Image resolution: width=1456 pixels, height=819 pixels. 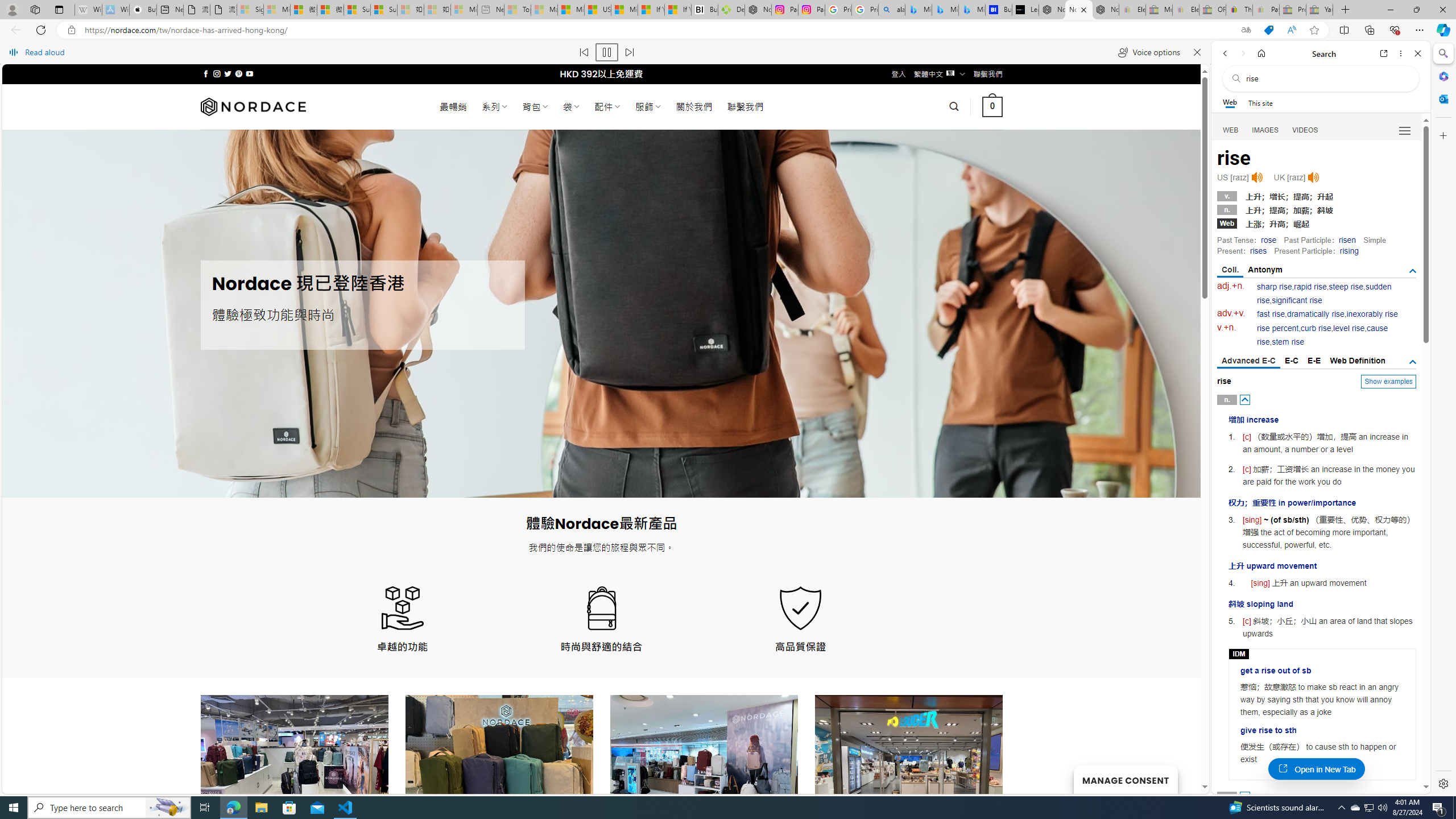 What do you see at coordinates (1292, 9) in the screenshot?
I see `'Press Room - eBay Inc. - Sleeping'` at bounding box center [1292, 9].